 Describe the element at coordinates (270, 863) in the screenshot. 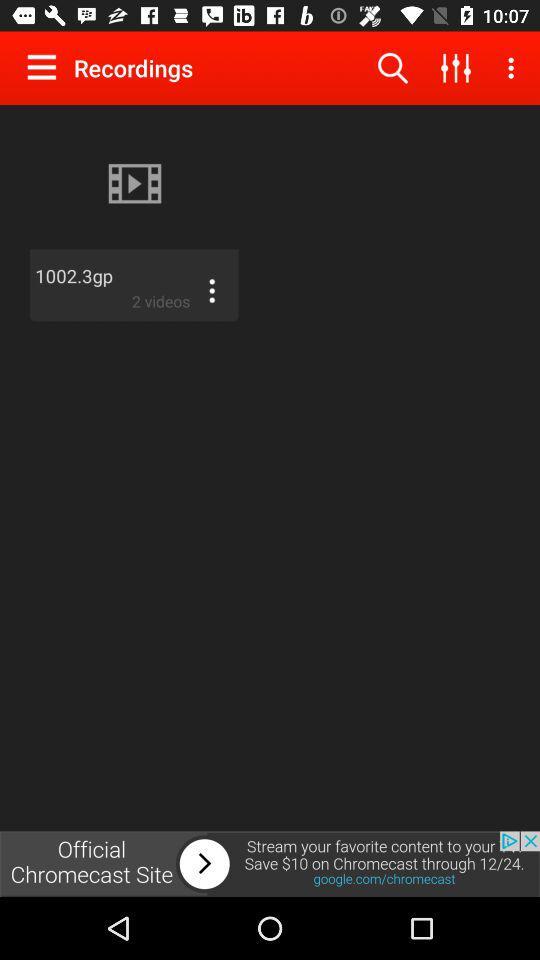

I see `adverts` at that location.